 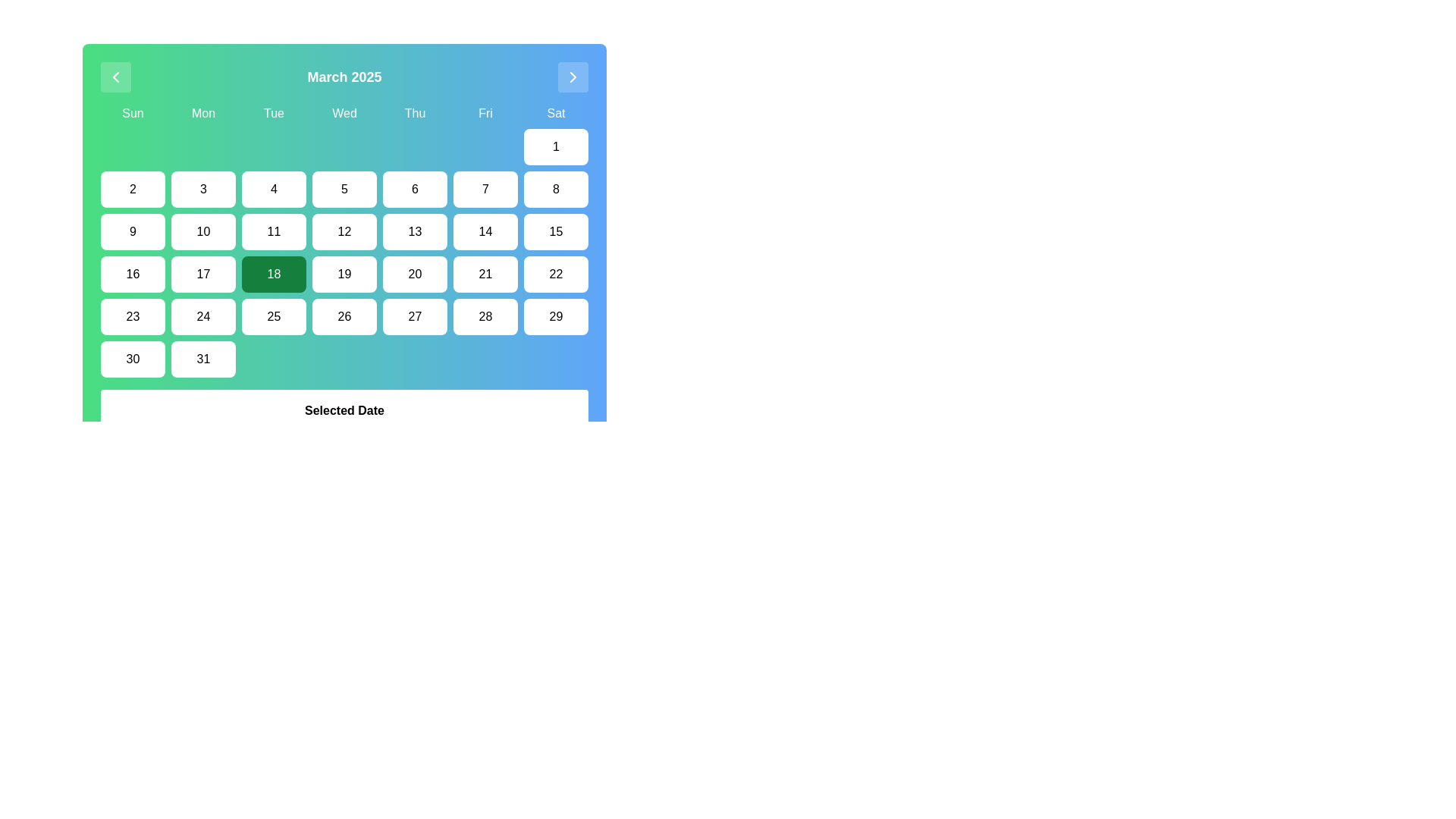 I want to click on the sixth cell in the first row of the calendar grid, which serves as a non-interactive placeholder under 'Fri', so click(x=485, y=146).